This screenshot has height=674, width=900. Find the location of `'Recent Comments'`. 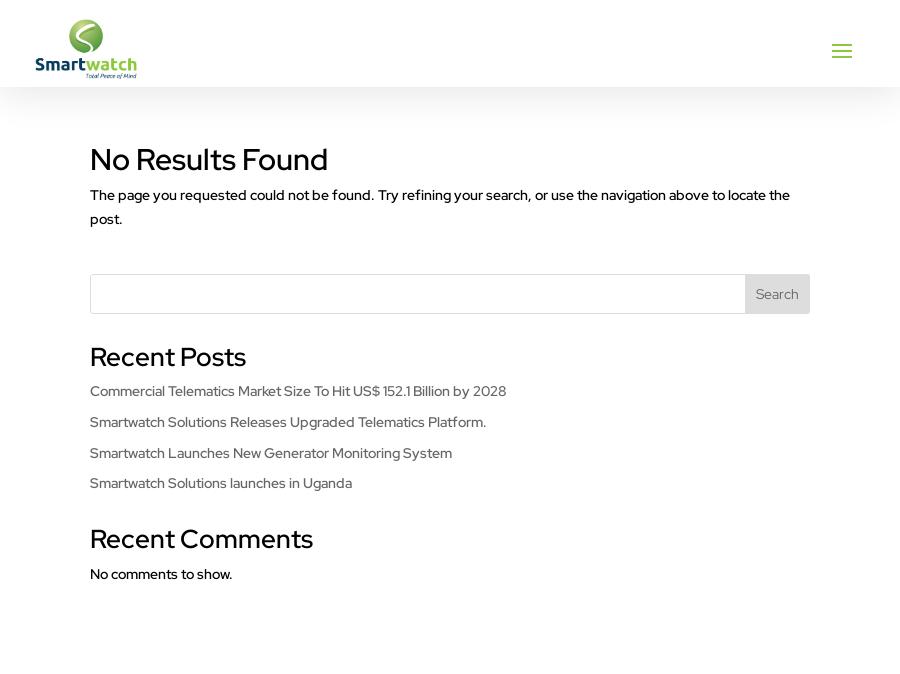

'Recent Comments' is located at coordinates (201, 538).